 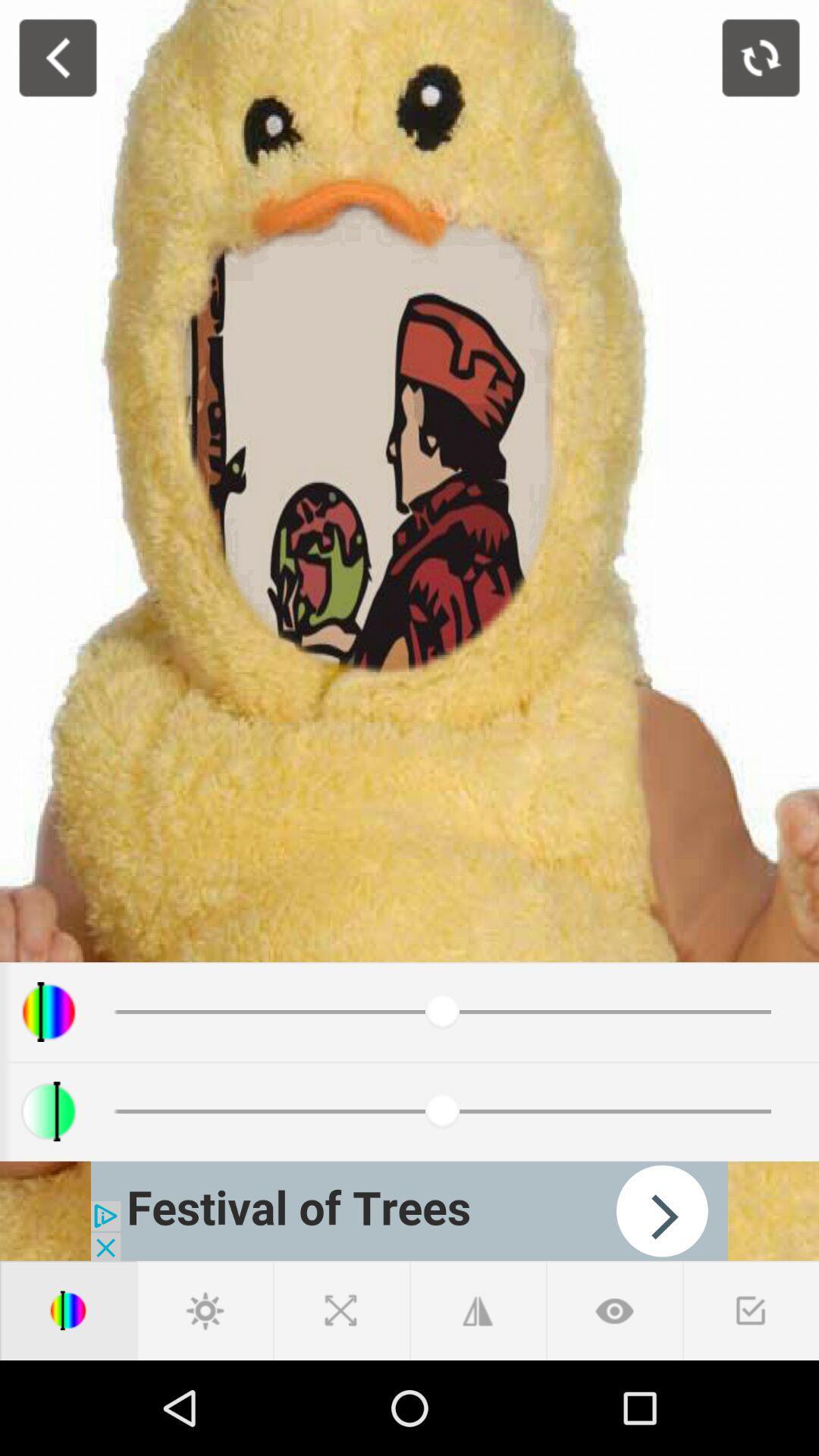 I want to click on vidio watch button, so click(x=614, y=1310).